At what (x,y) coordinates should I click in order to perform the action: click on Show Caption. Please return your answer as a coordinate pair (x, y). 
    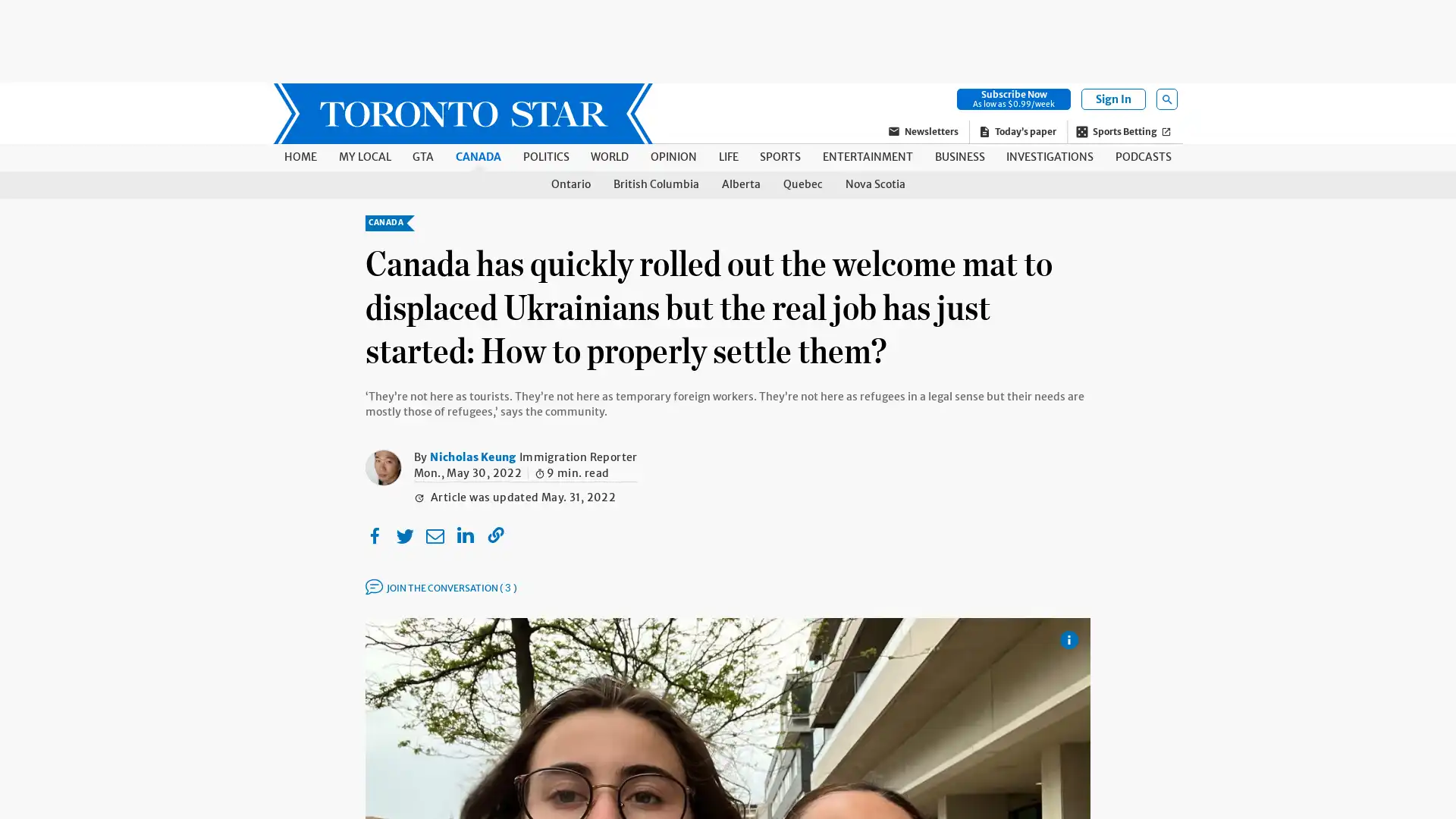
    Looking at the image, I should click on (1068, 639).